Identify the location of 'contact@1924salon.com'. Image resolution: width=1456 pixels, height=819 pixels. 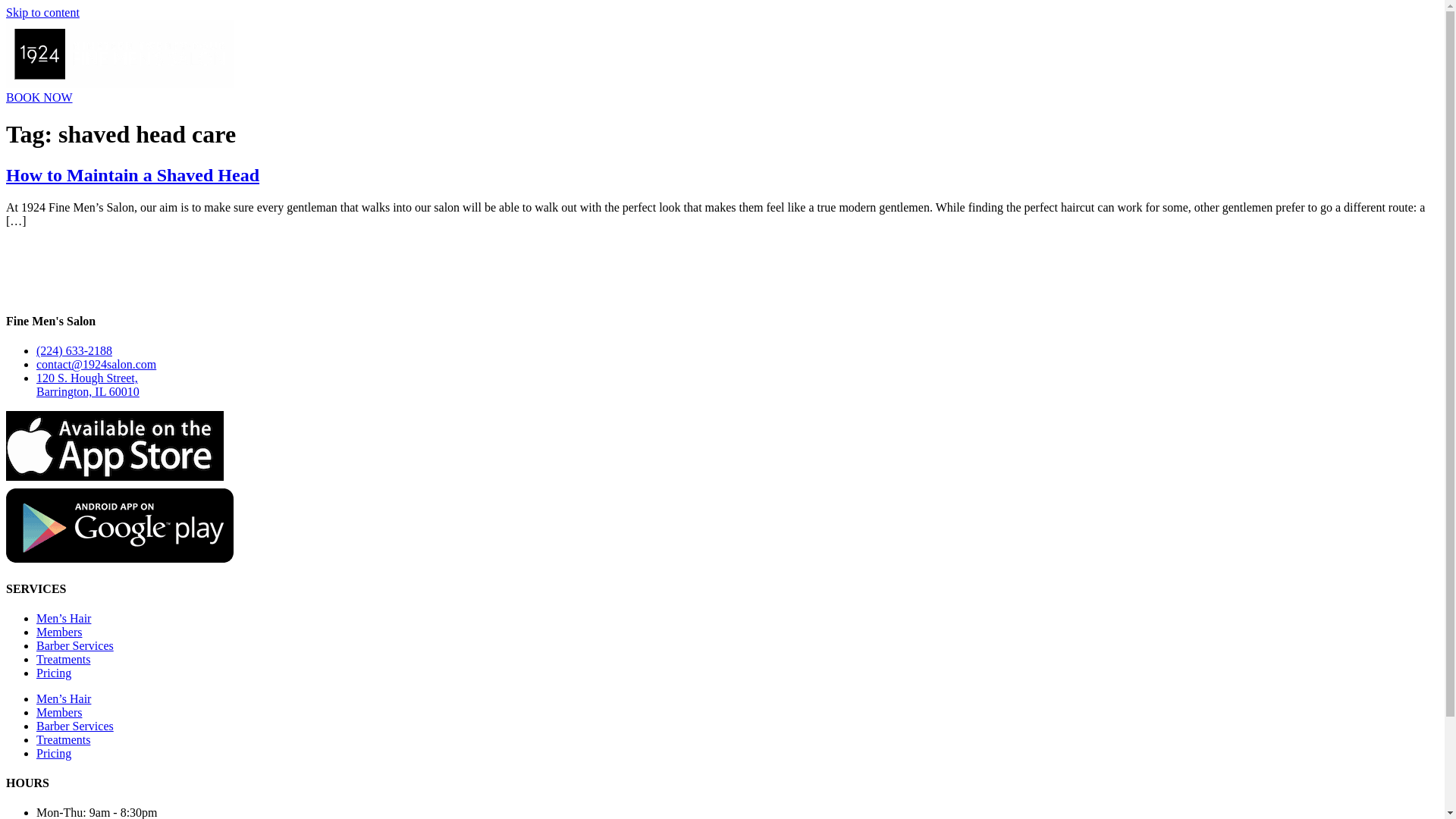
(95, 364).